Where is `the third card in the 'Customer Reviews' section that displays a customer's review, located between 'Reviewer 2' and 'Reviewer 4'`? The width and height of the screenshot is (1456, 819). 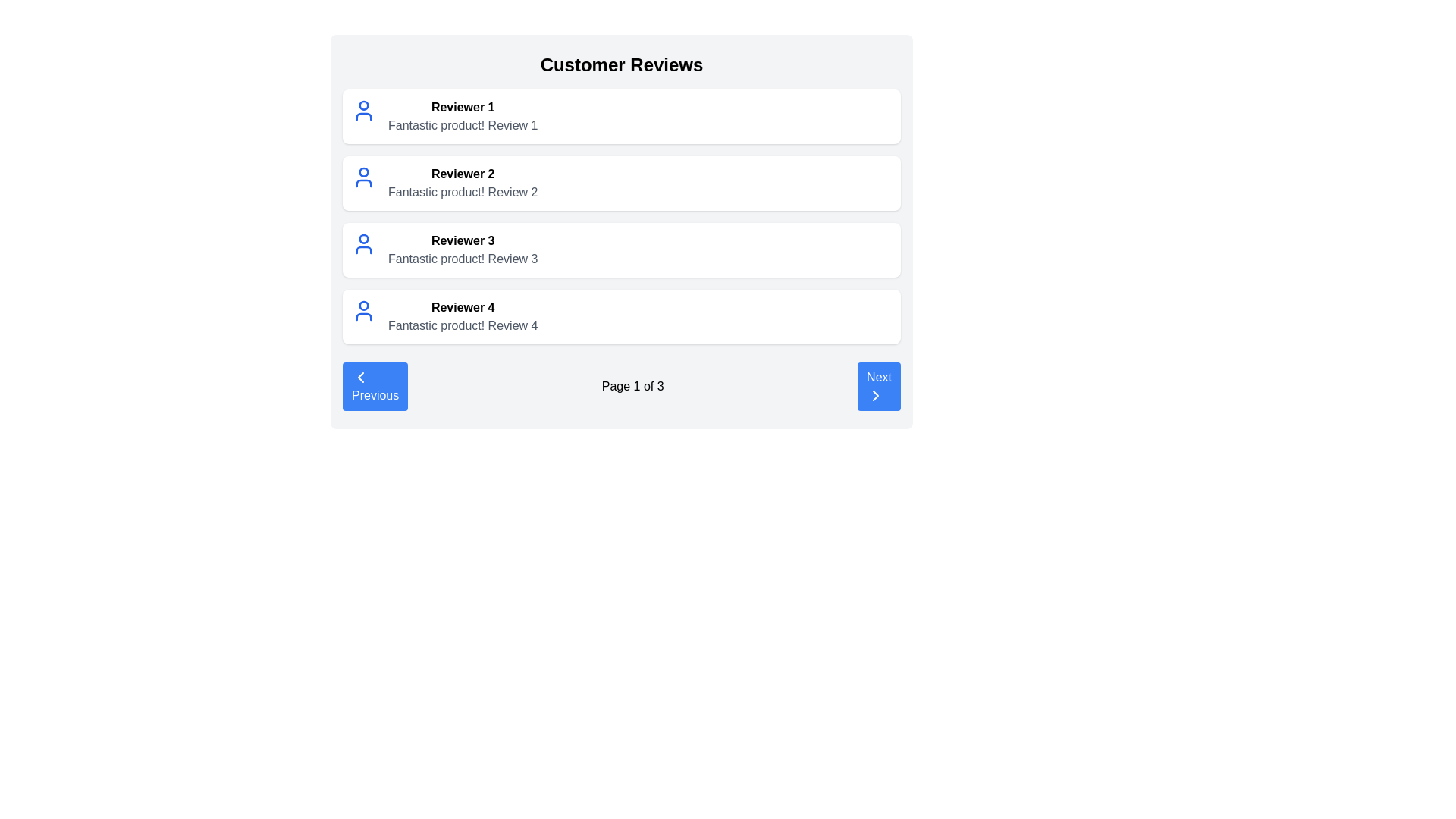 the third card in the 'Customer Reviews' section that displays a customer's review, located between 'Reviewer 2' and 'Reviewer 4' is located at coordinates (622, 249).